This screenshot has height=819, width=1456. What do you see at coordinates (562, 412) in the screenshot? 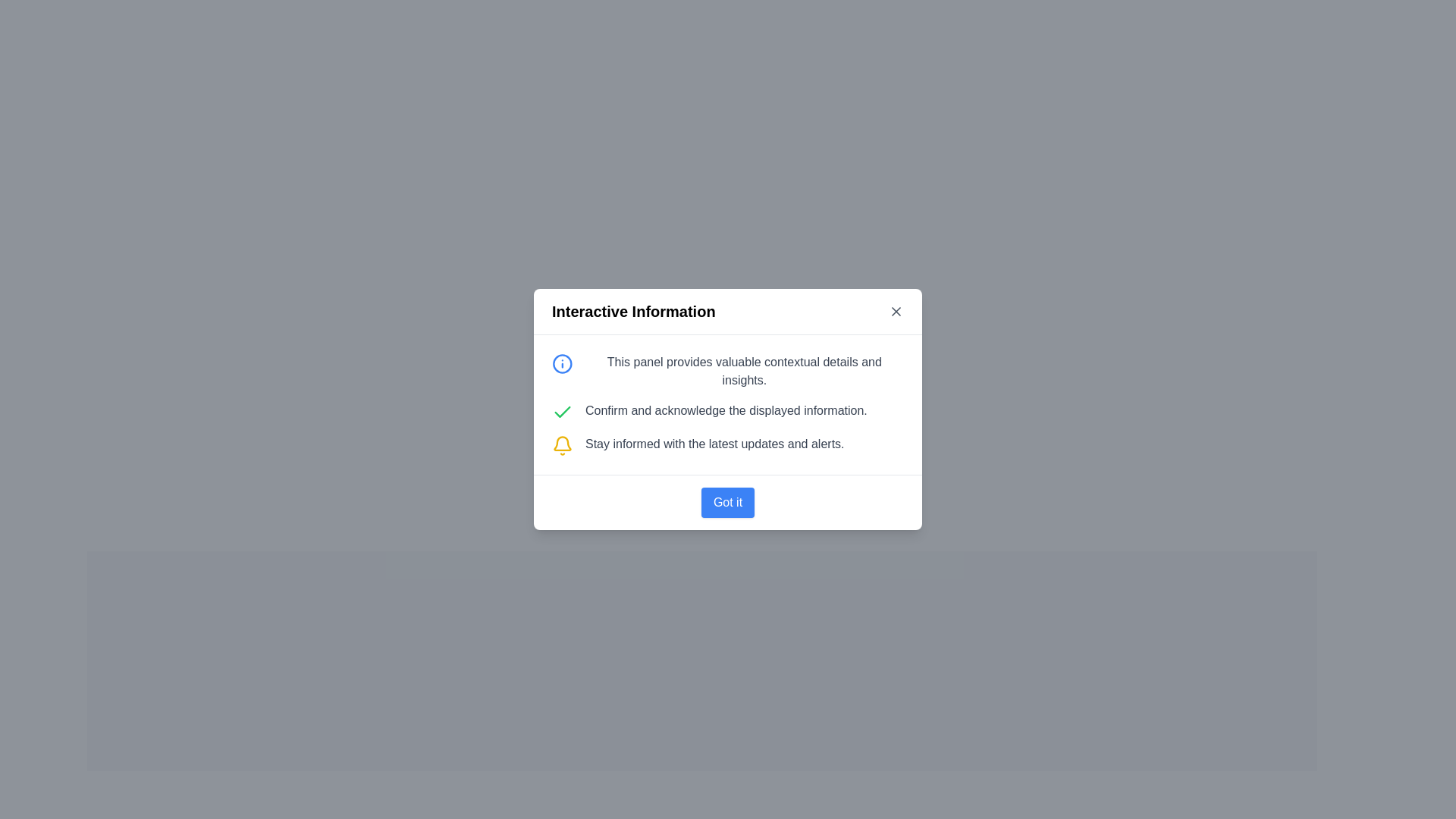
I see `the checkmark icon within the dialog box, which is part of the second row alongside explanatory text` at bounding box center [562, 412].